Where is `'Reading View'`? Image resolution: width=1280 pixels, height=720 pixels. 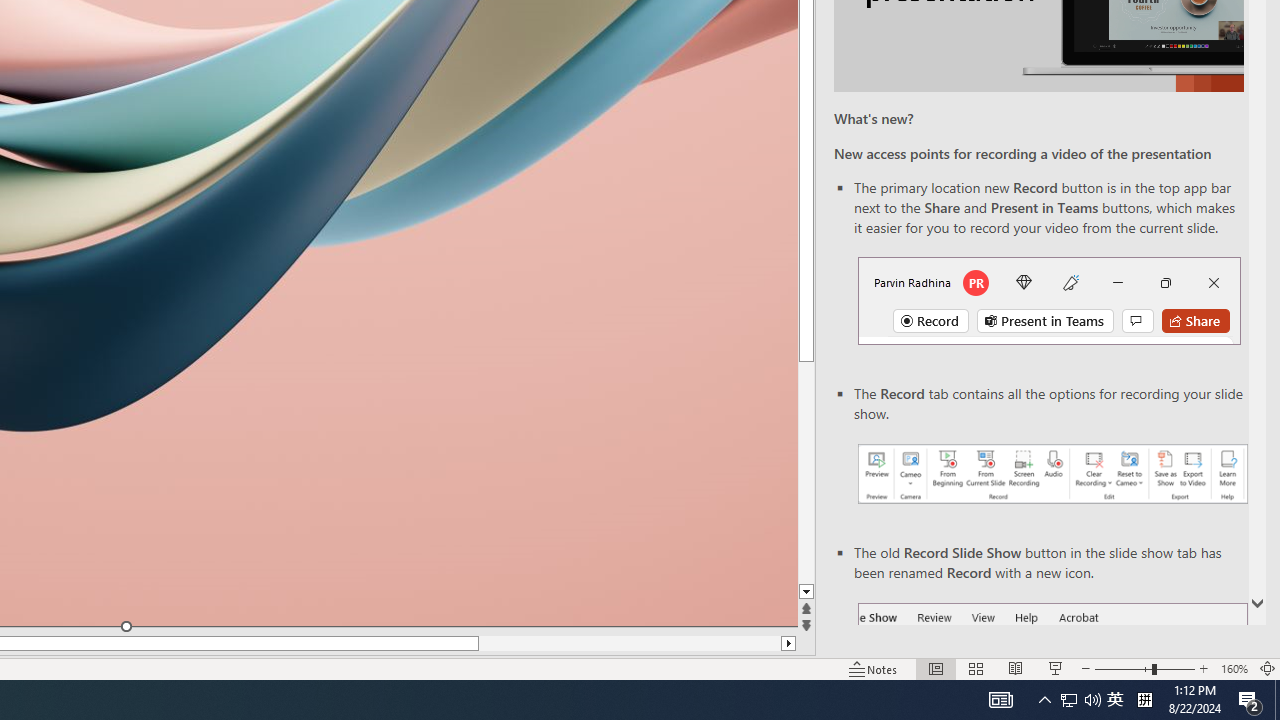 'Reading View' is located at coordinates (1015, 669).